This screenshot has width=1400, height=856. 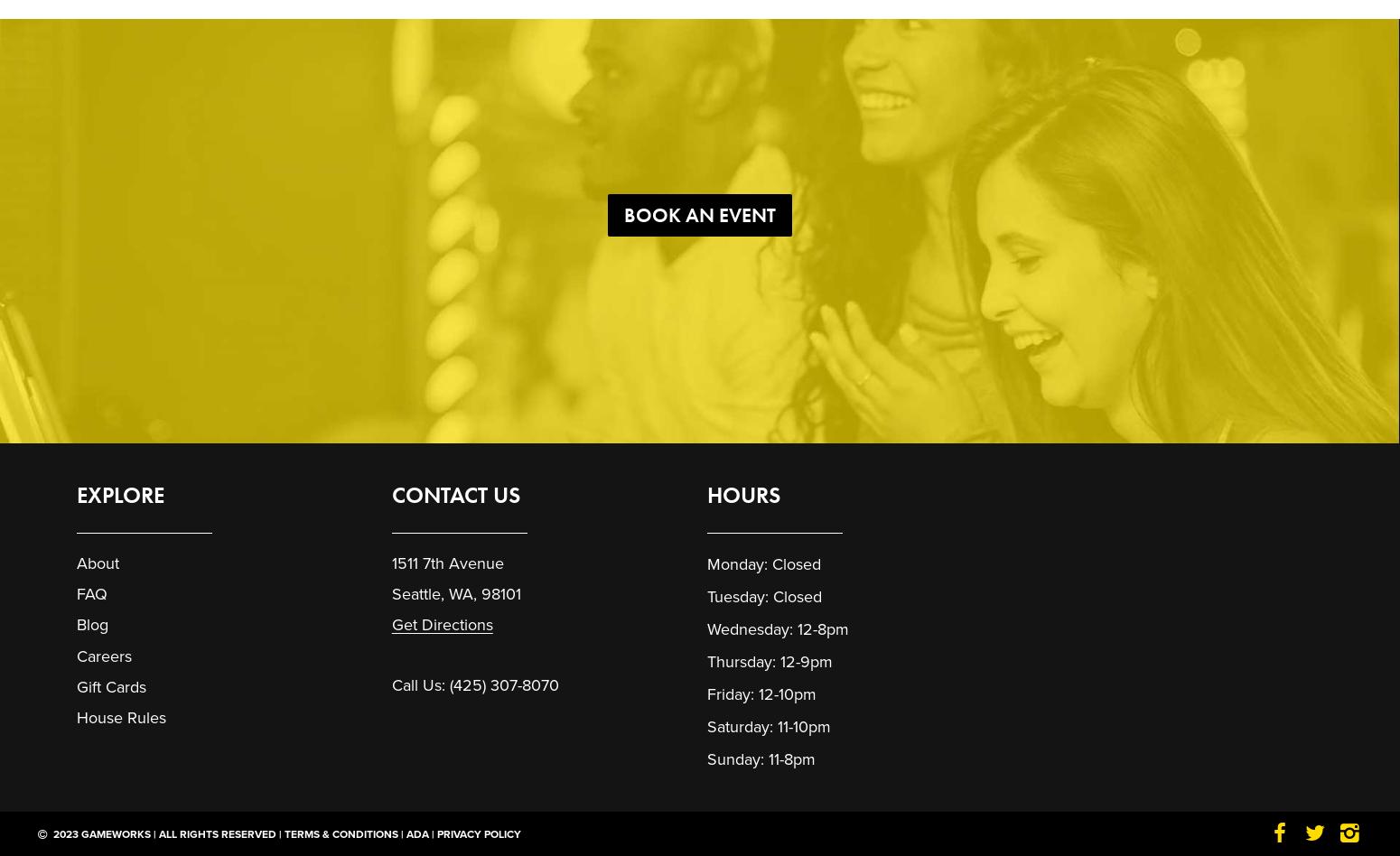 What do you see at coordinates (446, 562) in the screenshot?
I see `'1511 7th Avenue'` at bounding box center [446, 562].